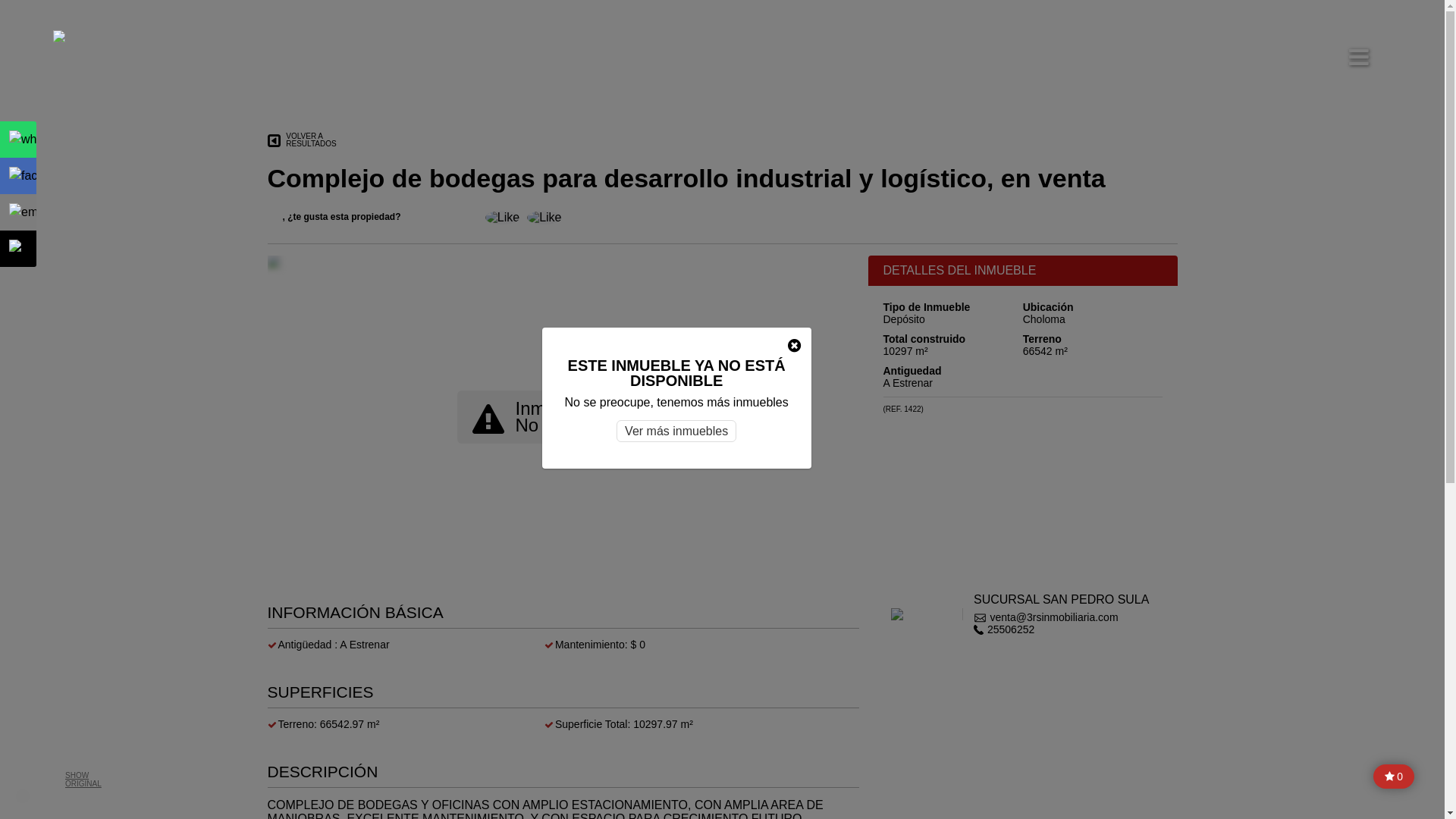 This screenshot has height=819, width=1456. What do you see at coordinates (266, 140) in the screenshot?
I see `'VOLVER A` at bounding box center [266, 140].